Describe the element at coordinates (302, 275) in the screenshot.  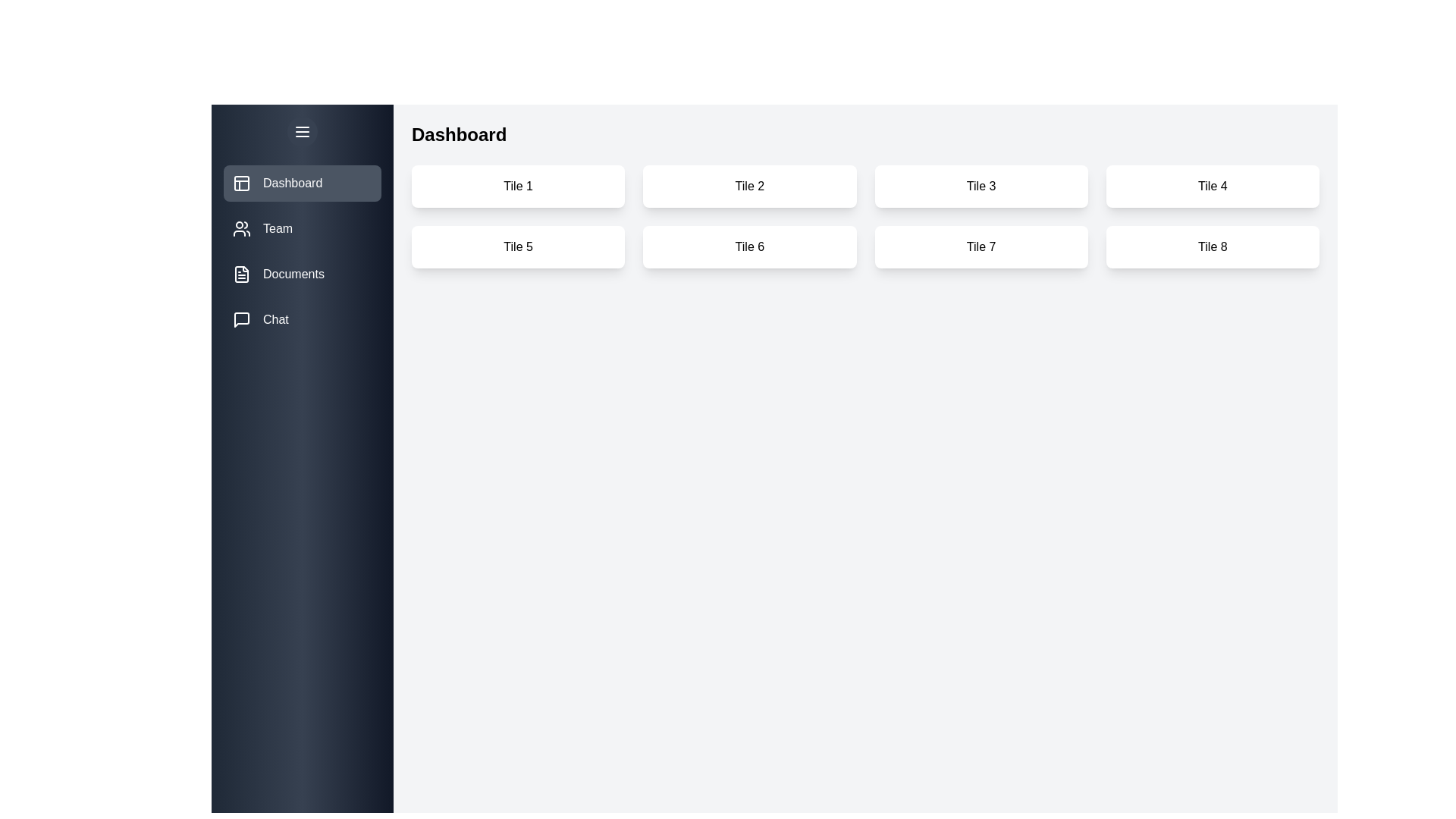
I see `the tab labeled Documents from the sidebar` at that location.